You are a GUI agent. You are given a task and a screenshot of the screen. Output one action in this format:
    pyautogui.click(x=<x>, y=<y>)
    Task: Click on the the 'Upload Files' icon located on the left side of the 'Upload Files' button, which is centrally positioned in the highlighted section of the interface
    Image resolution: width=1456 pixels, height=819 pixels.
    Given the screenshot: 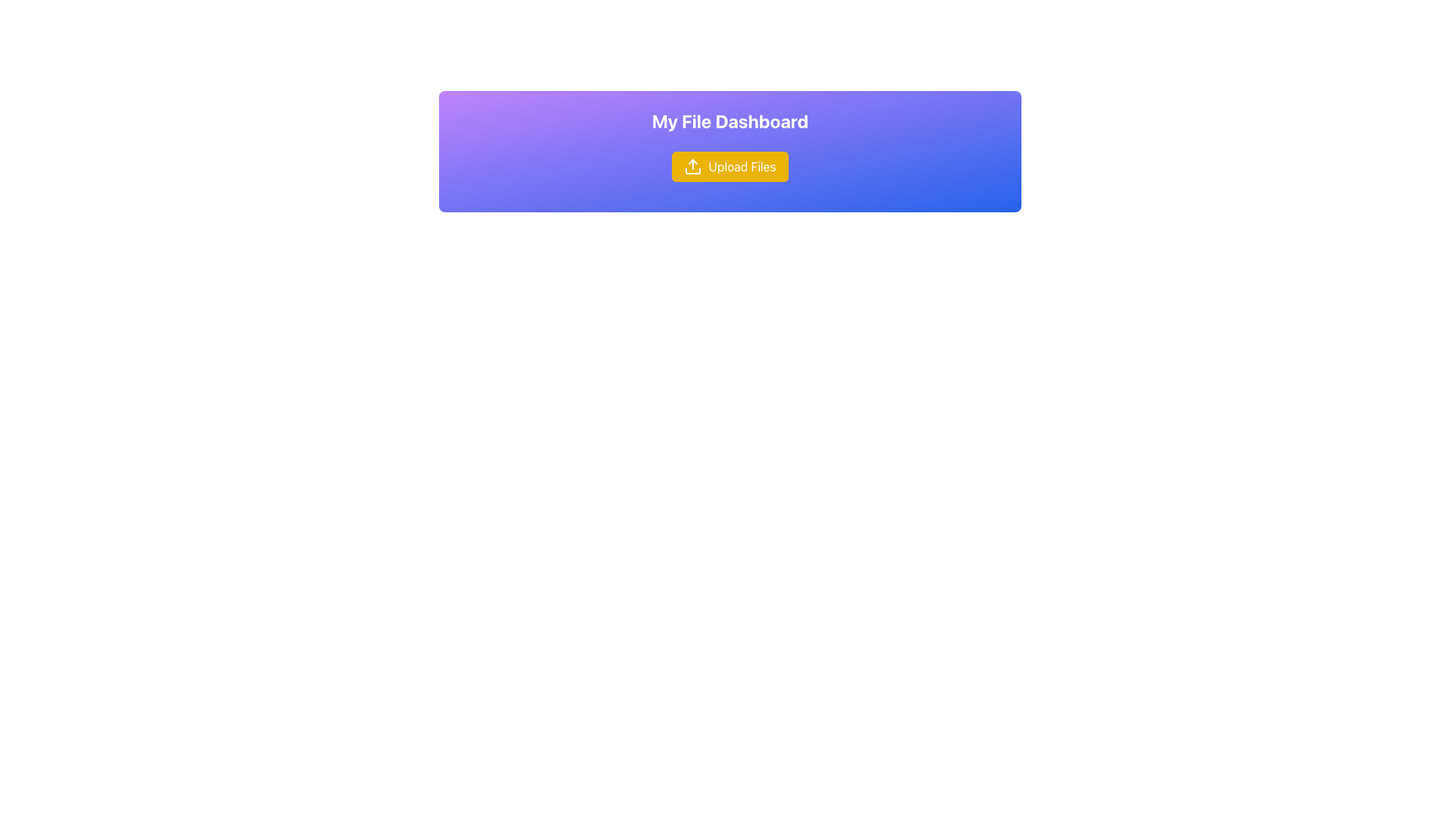 What is the action you would take?
    pyautogui.click(x=692, y=166)
    